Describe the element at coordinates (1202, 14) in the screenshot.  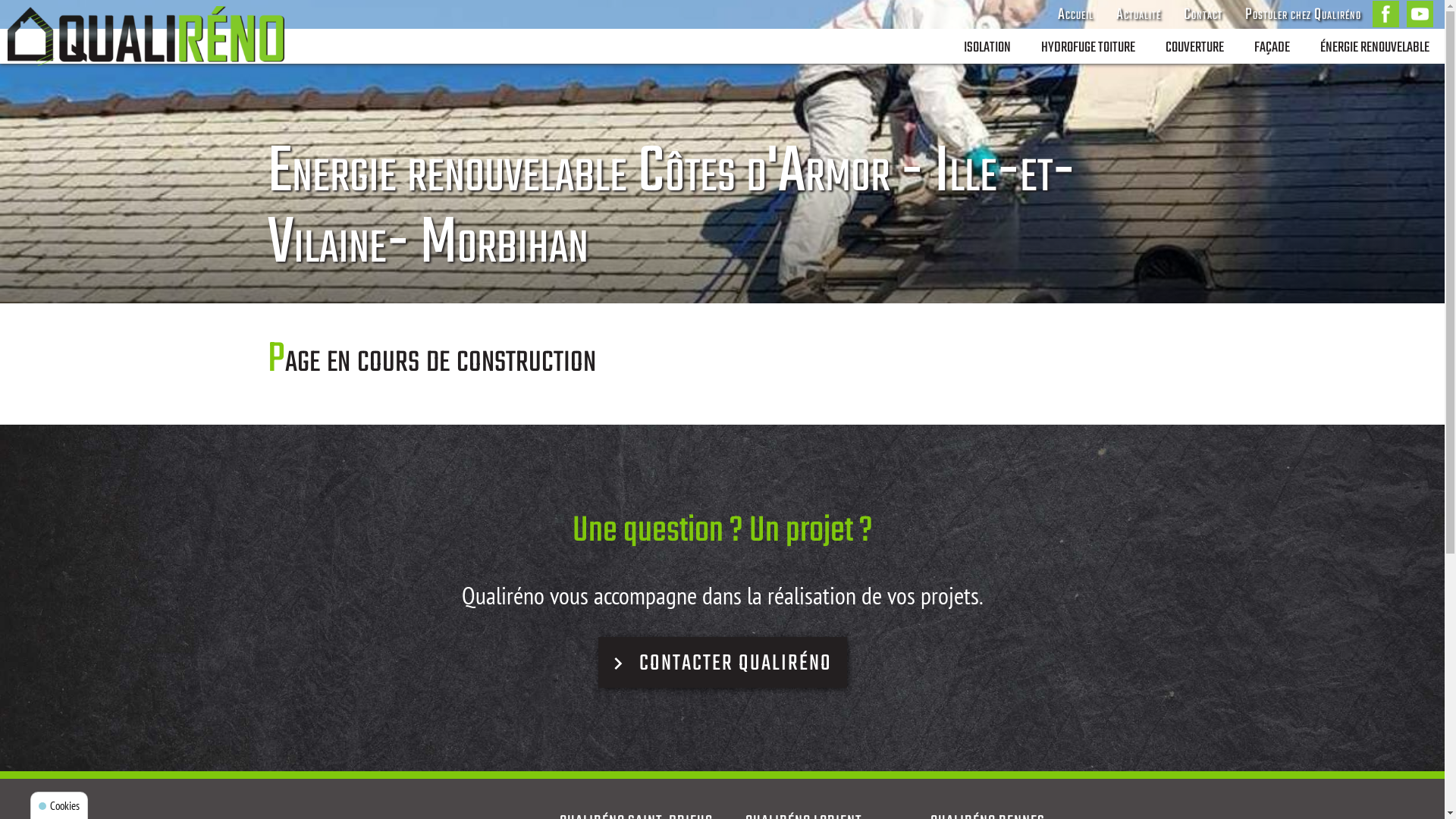
I see `'Contact'` at that location.